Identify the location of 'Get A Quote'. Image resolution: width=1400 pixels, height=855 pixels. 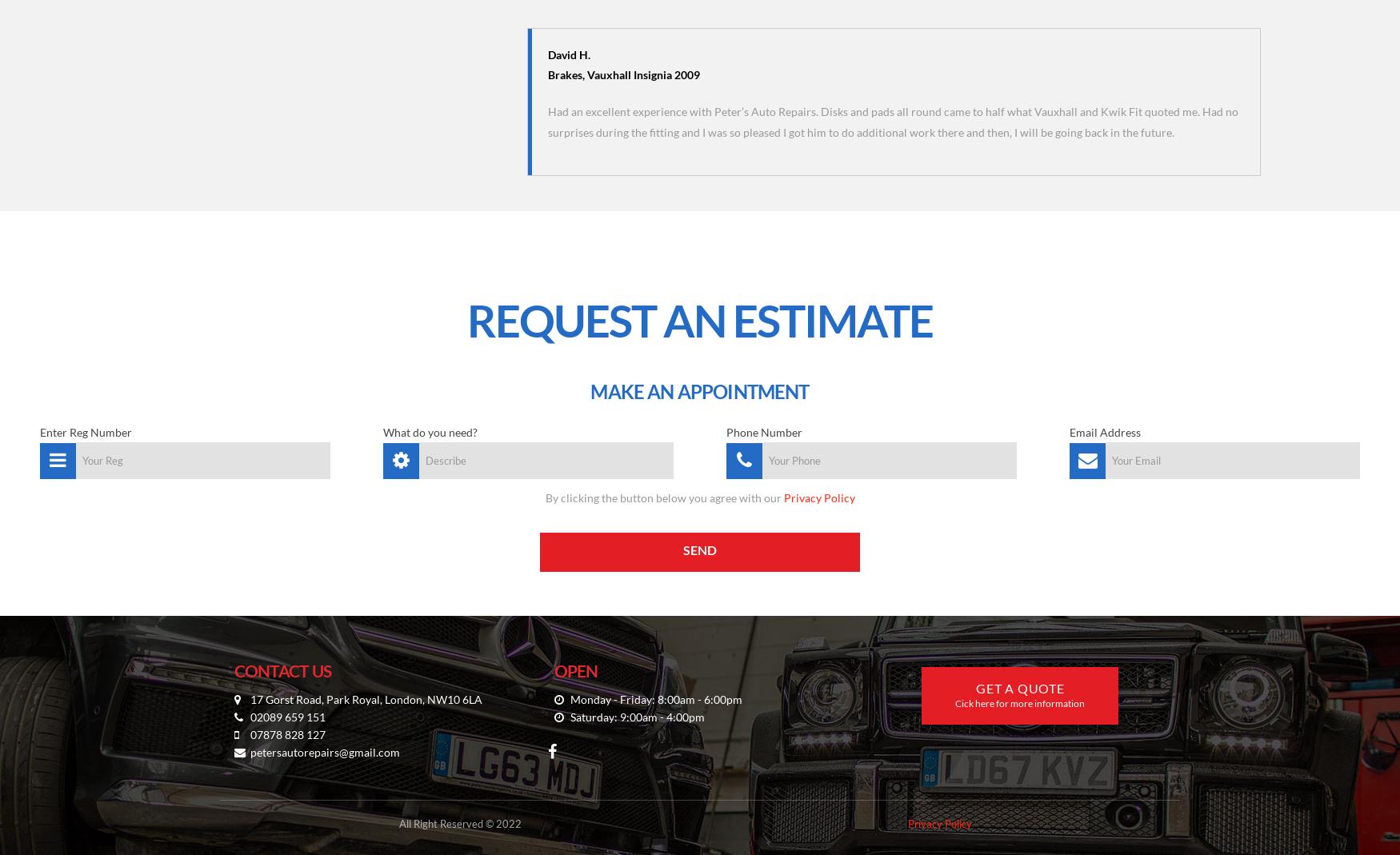
(1018, 687).